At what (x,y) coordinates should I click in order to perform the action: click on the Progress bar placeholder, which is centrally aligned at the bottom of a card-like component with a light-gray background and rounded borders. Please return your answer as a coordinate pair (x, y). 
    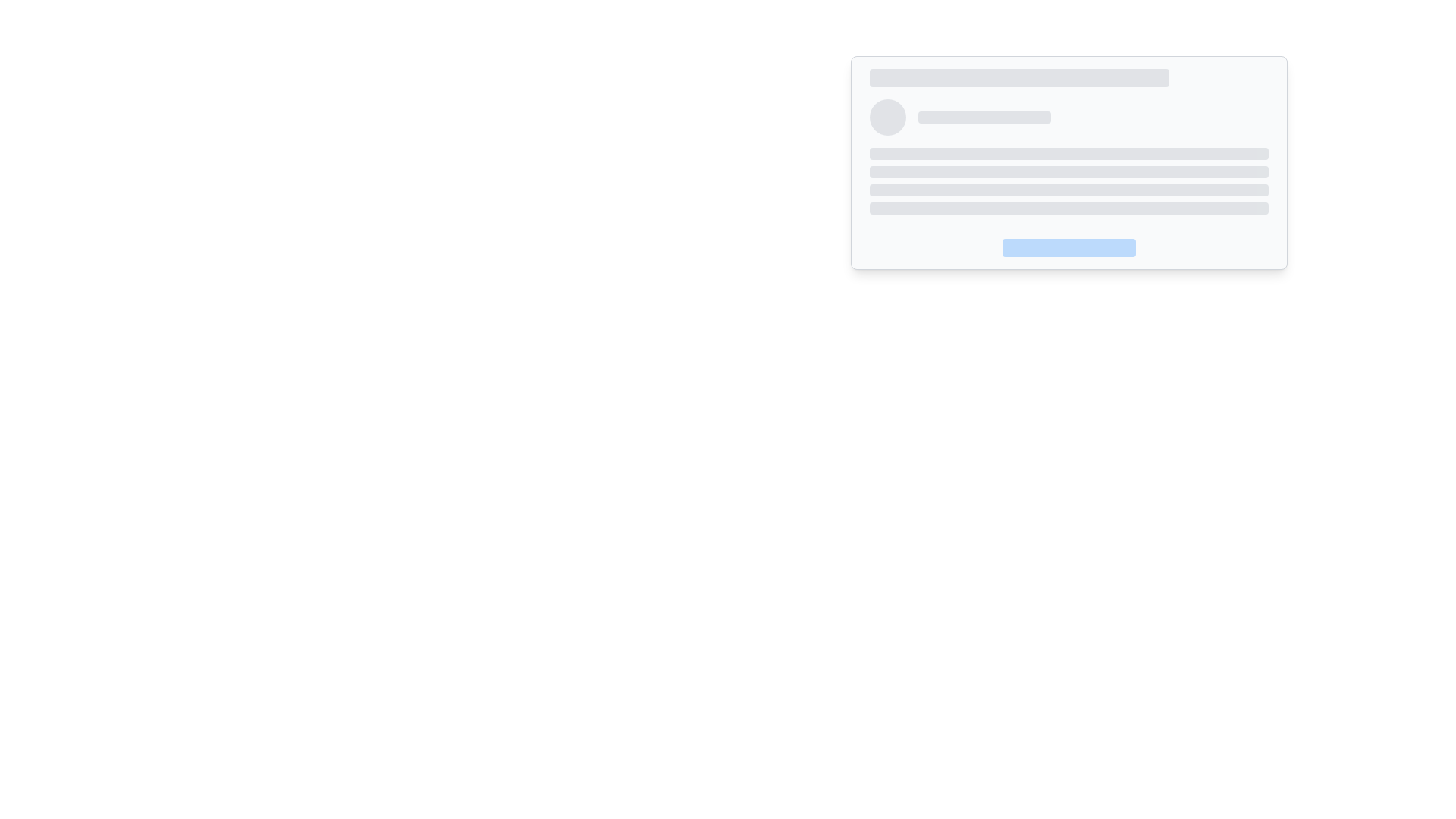
    Looking at the image, I should click on (1068, 241).